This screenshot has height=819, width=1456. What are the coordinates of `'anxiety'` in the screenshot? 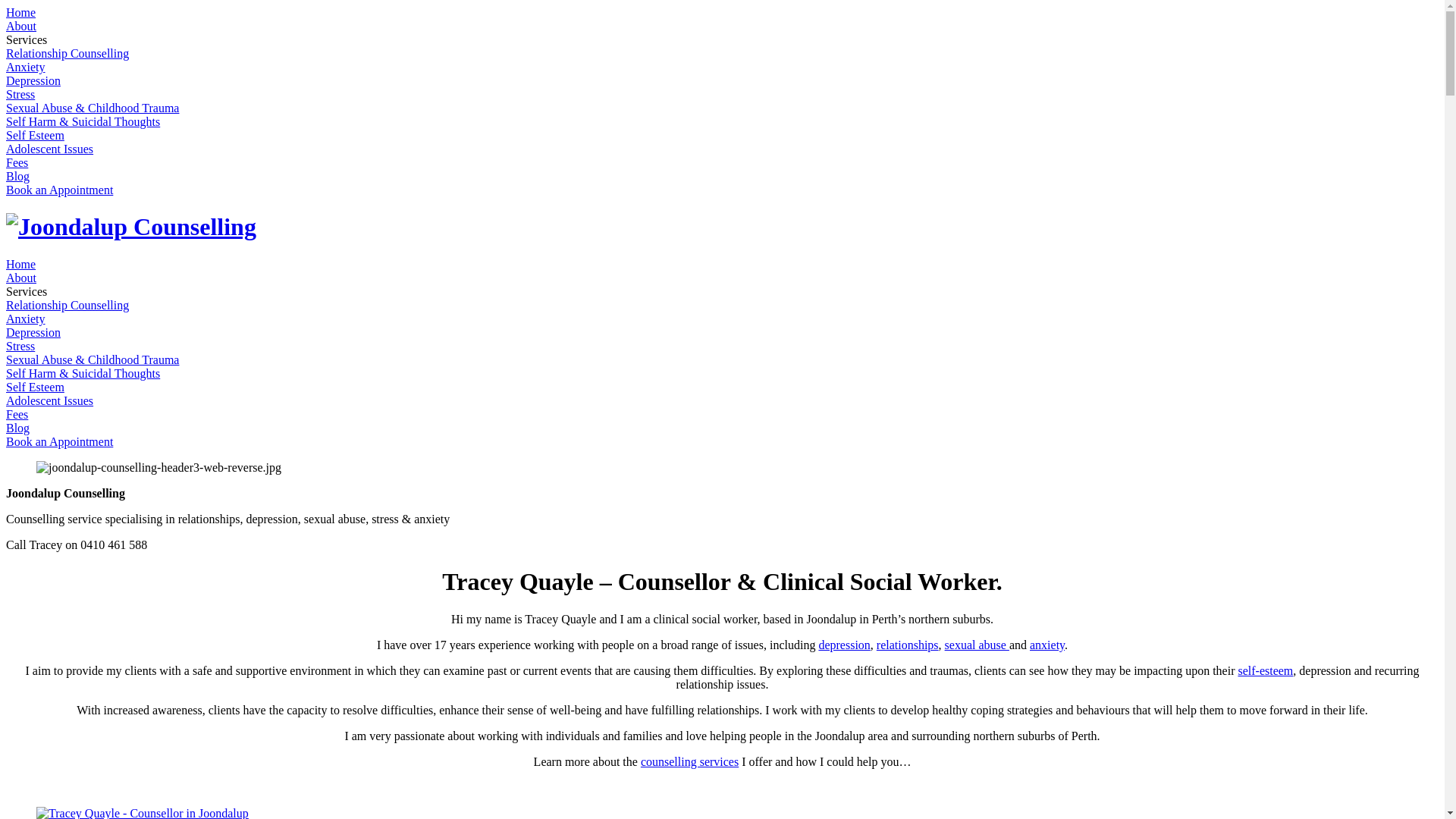 It's located at (1046, 645).